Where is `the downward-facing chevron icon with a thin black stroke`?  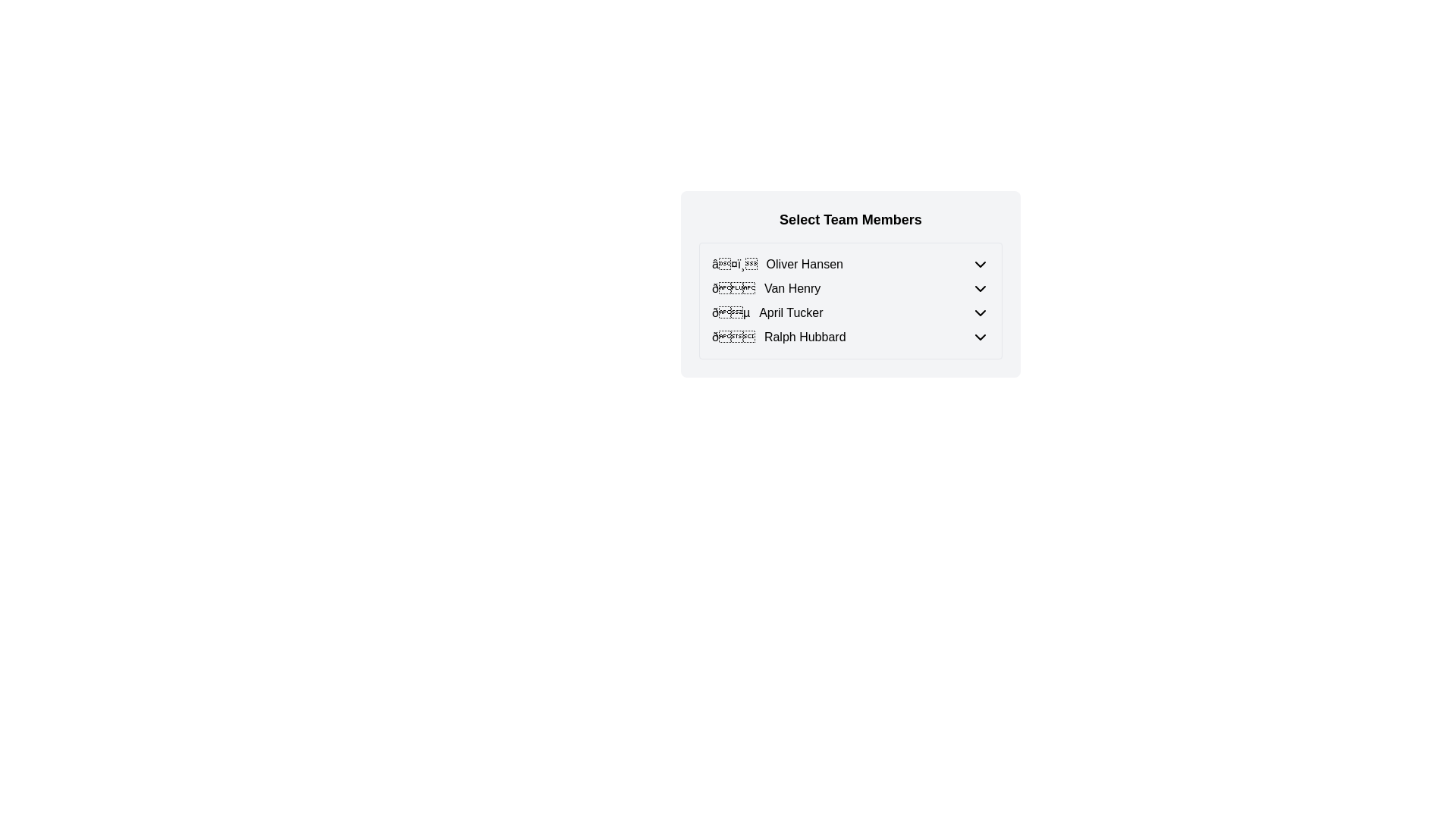
the downward-facing chevron icon with a thin black stroke is located at coordinates (980, 289).